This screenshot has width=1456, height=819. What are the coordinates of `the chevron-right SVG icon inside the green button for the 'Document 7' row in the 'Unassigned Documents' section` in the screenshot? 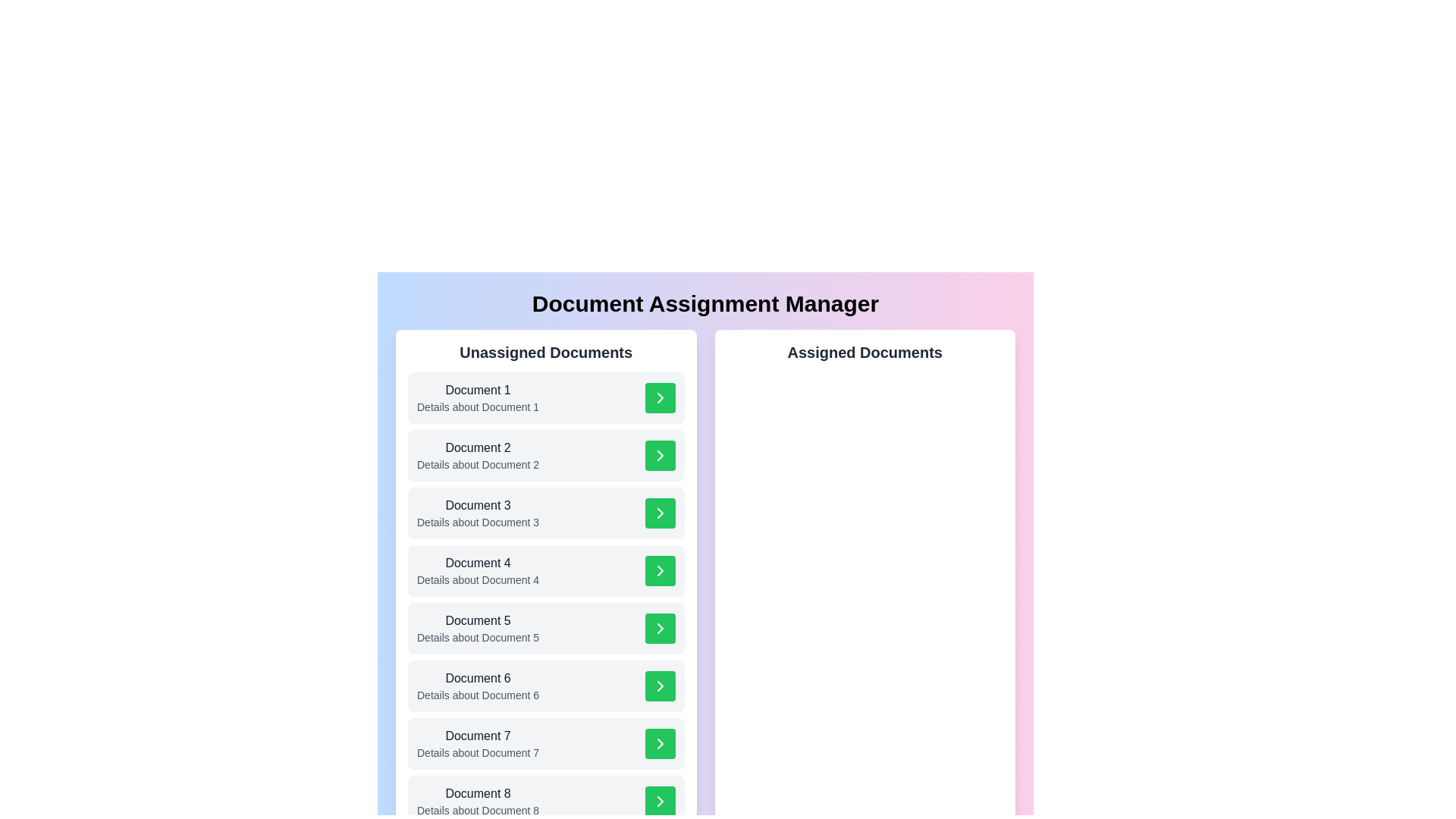 It's located at (660, 742).